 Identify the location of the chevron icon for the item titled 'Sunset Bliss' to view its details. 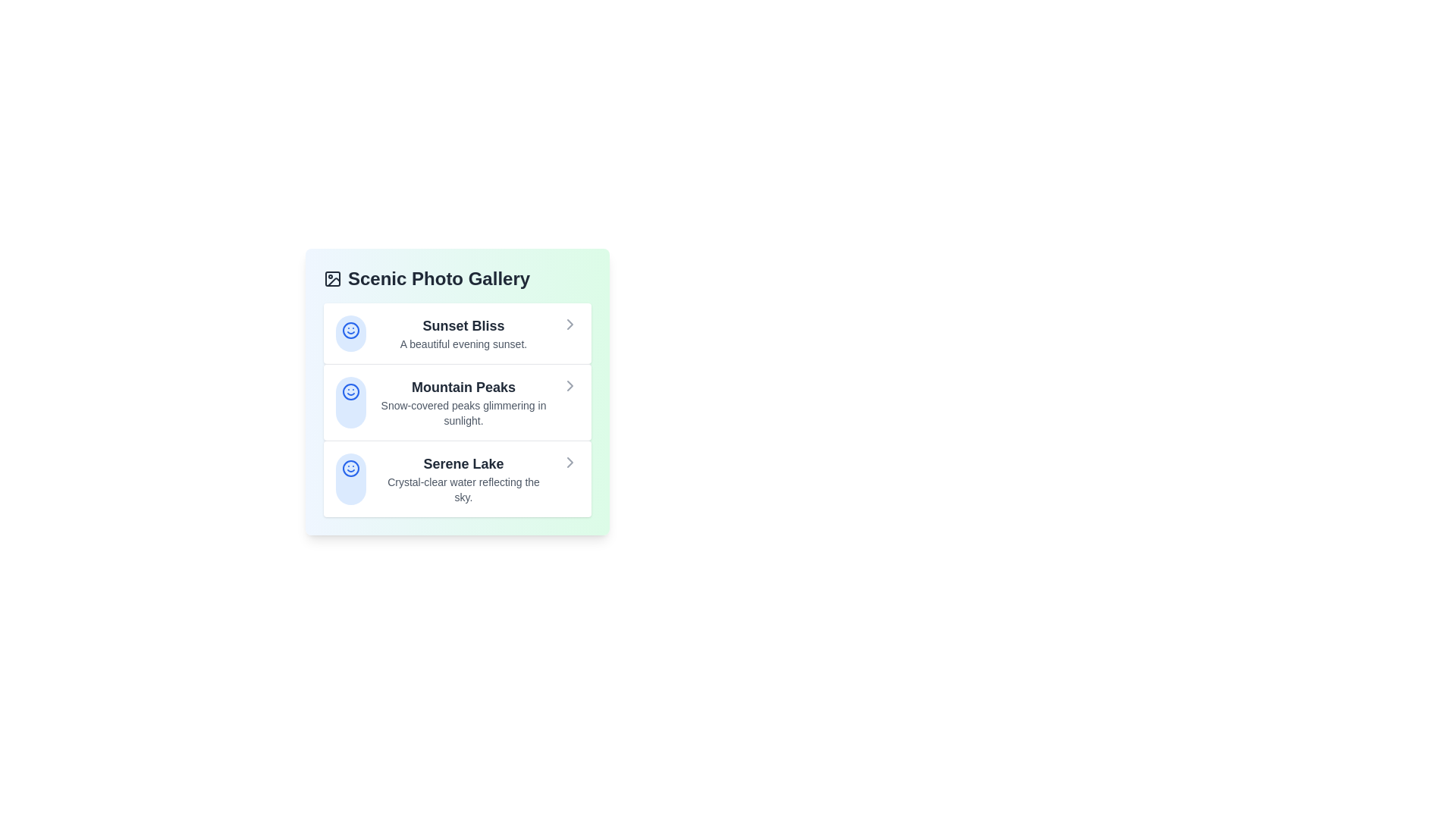
(570, 324).